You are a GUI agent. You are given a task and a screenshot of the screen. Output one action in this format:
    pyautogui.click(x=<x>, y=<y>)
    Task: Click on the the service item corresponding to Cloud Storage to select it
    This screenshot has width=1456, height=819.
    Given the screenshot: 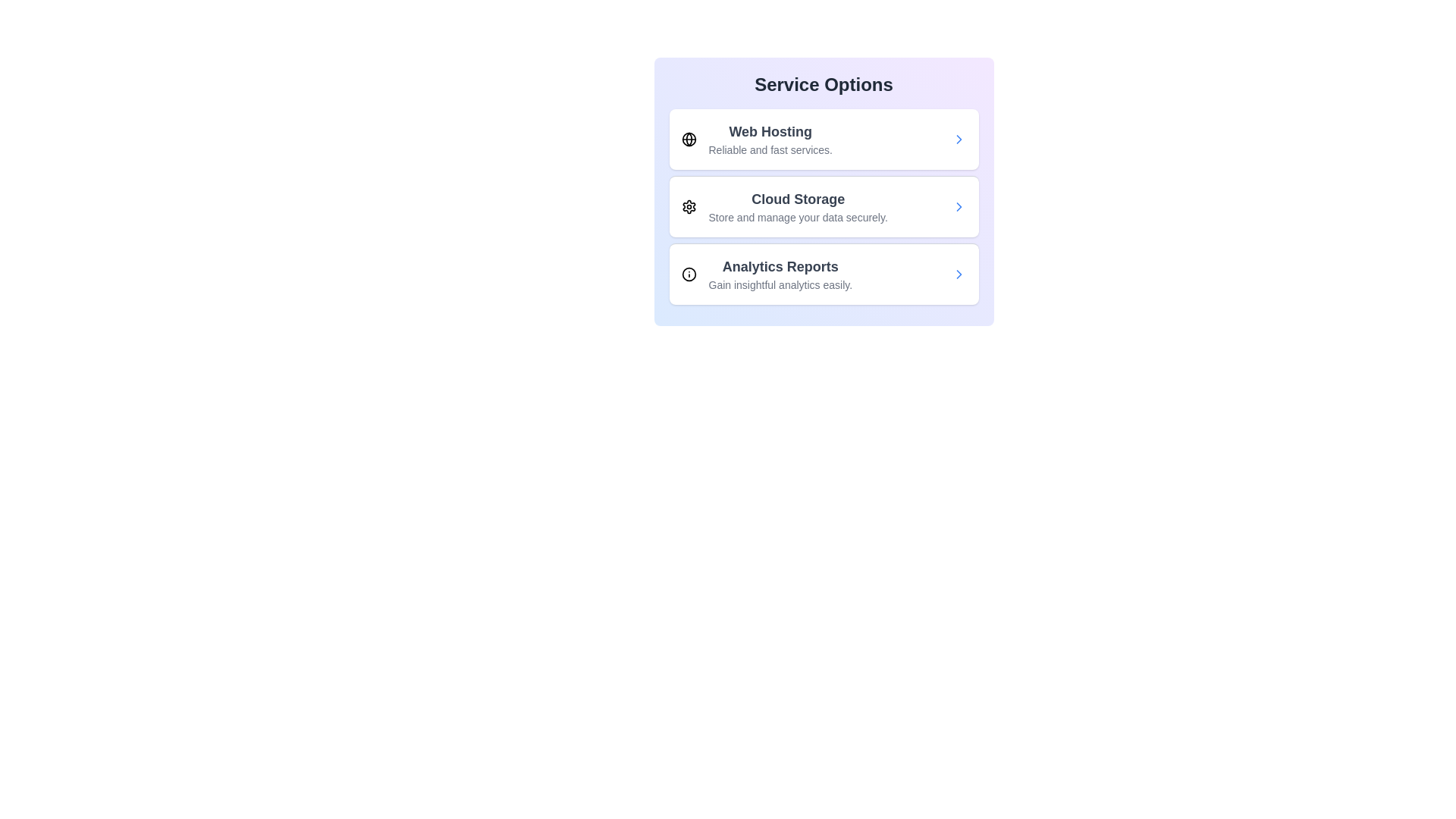 What is the action you would take?
    pyautogui.click(x=823, y=206)
    